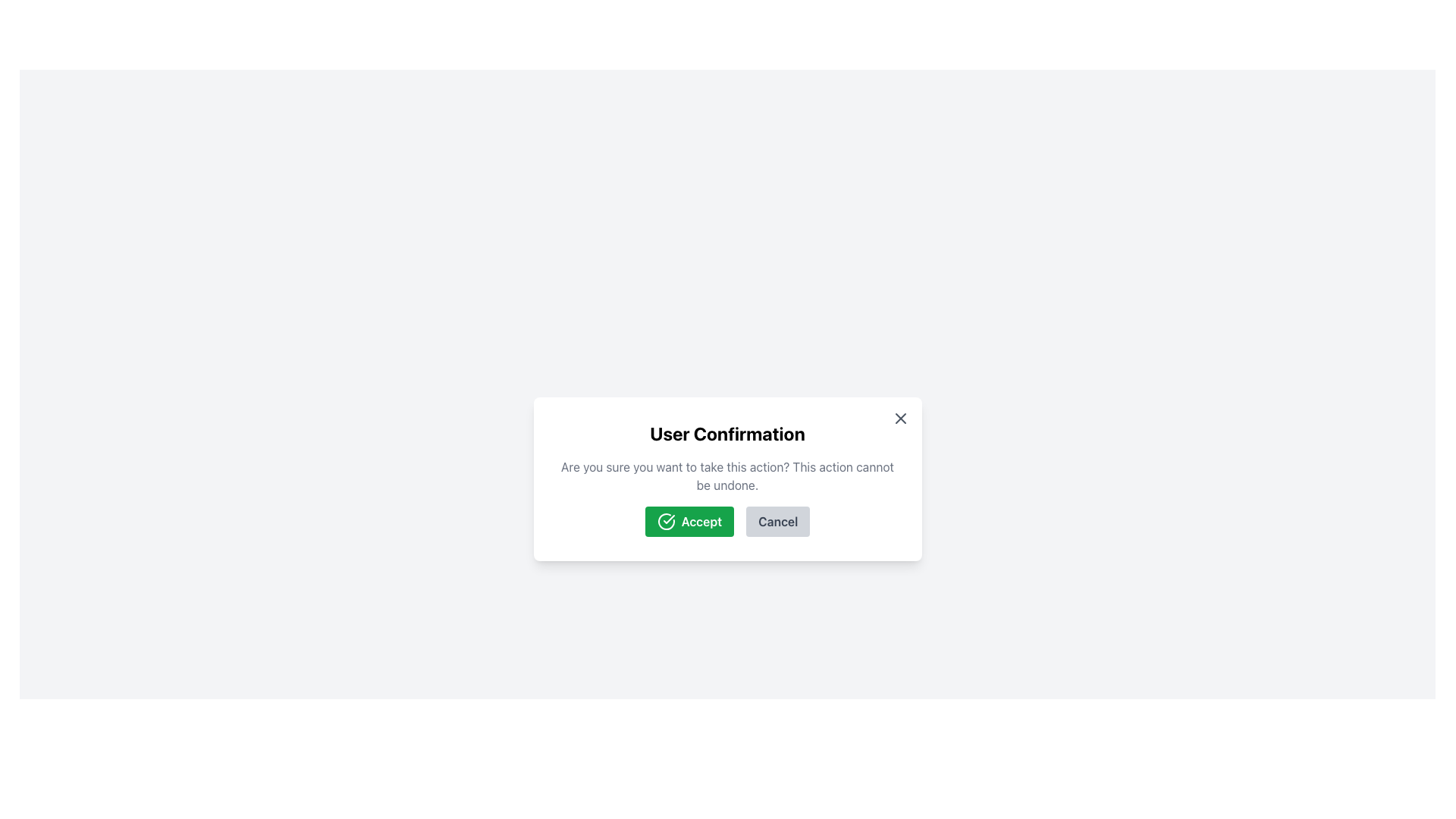 Image resolution: width=1456 pixels, height=819 pixels. What do you see at coordinates (668, 519) in the screenshot?
I see `the checkmark symbol within the green circular icon of the 'Accept' button in the modal dialog` at bounding box center [668, 519].